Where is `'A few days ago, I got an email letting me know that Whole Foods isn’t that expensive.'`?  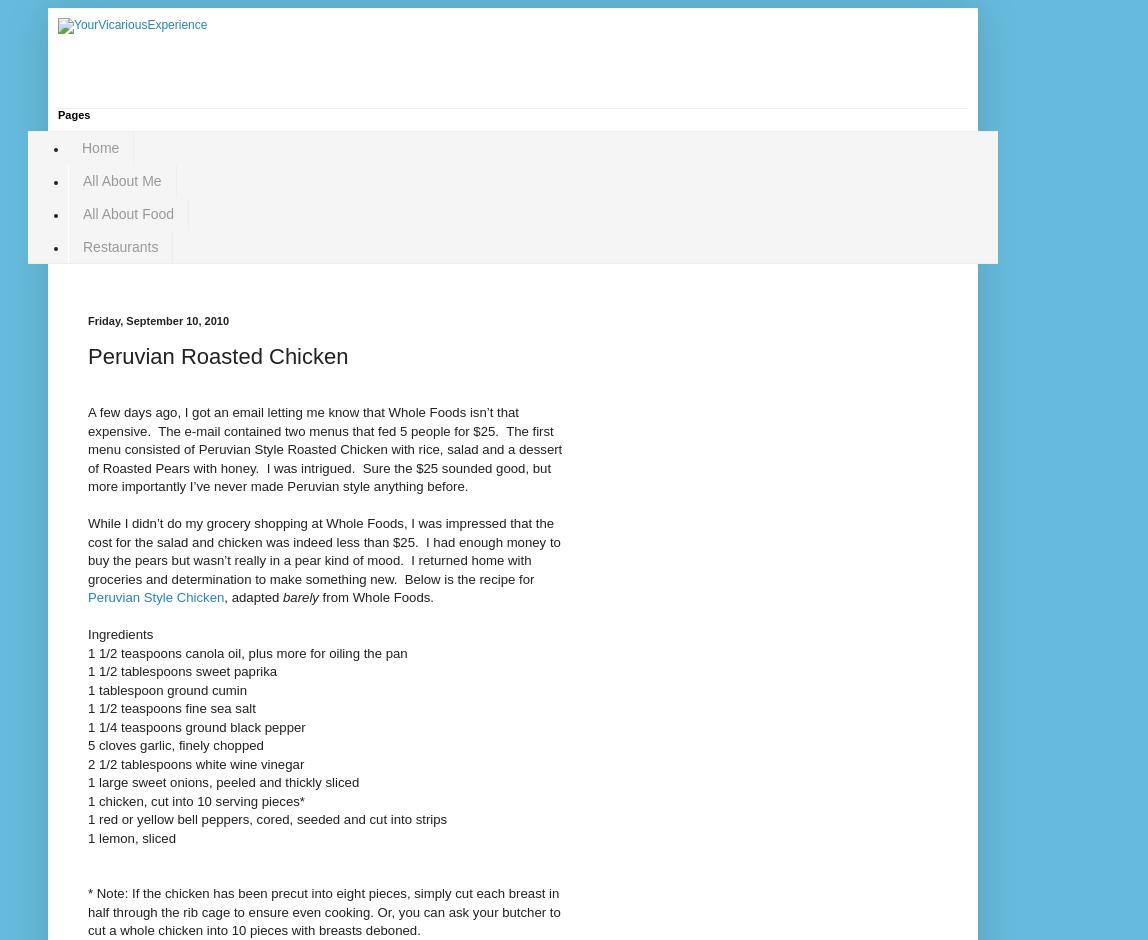 'A few days ago, I got an email letting me know that Whole Foods isn’t that expensive.' is located at coordinates (88, 421).